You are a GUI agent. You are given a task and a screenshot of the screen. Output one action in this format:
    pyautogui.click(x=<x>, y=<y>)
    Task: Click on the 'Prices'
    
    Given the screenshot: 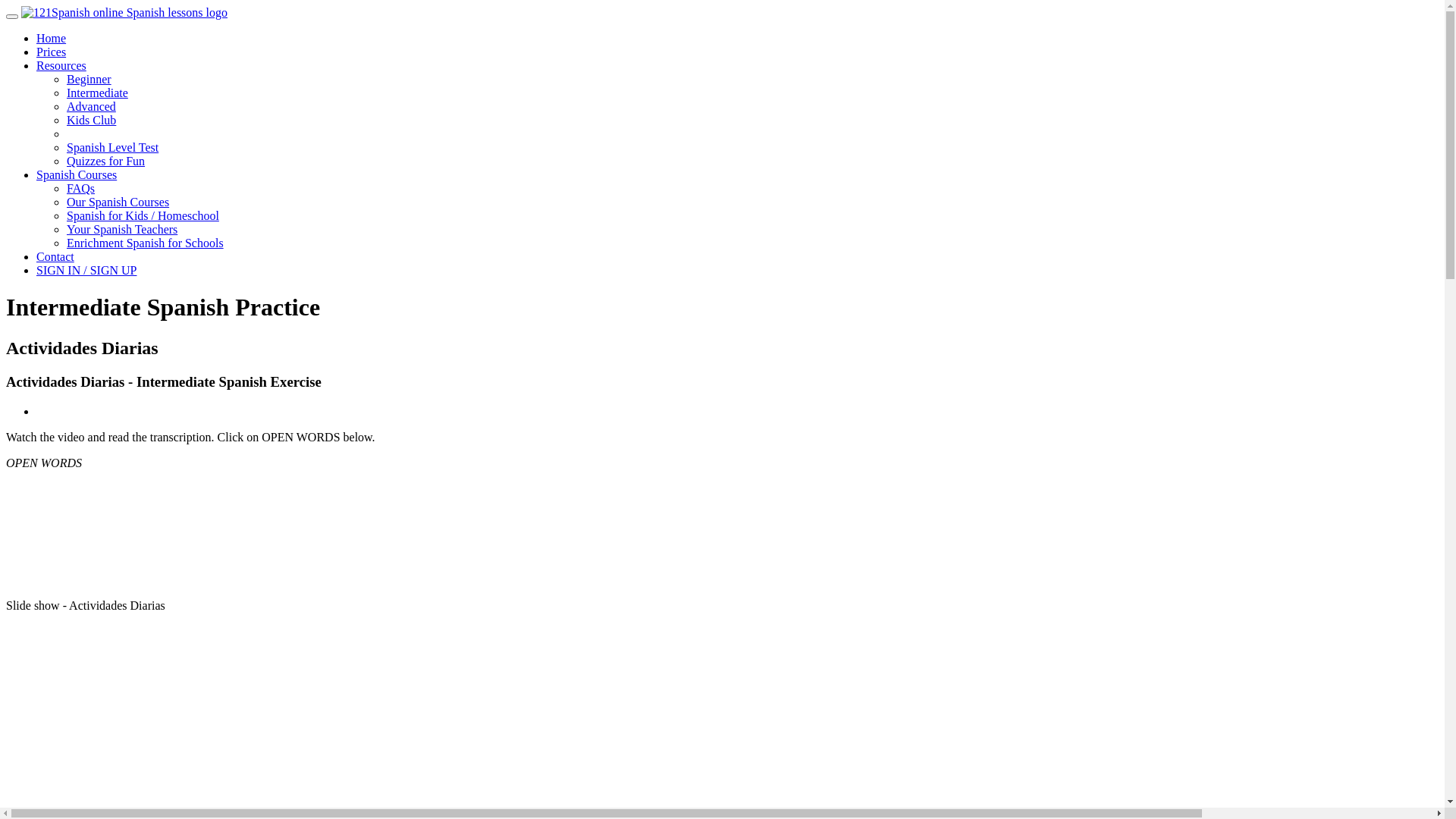 What is the action you would take?
    pyautogui.click(x=51, y=51)
    